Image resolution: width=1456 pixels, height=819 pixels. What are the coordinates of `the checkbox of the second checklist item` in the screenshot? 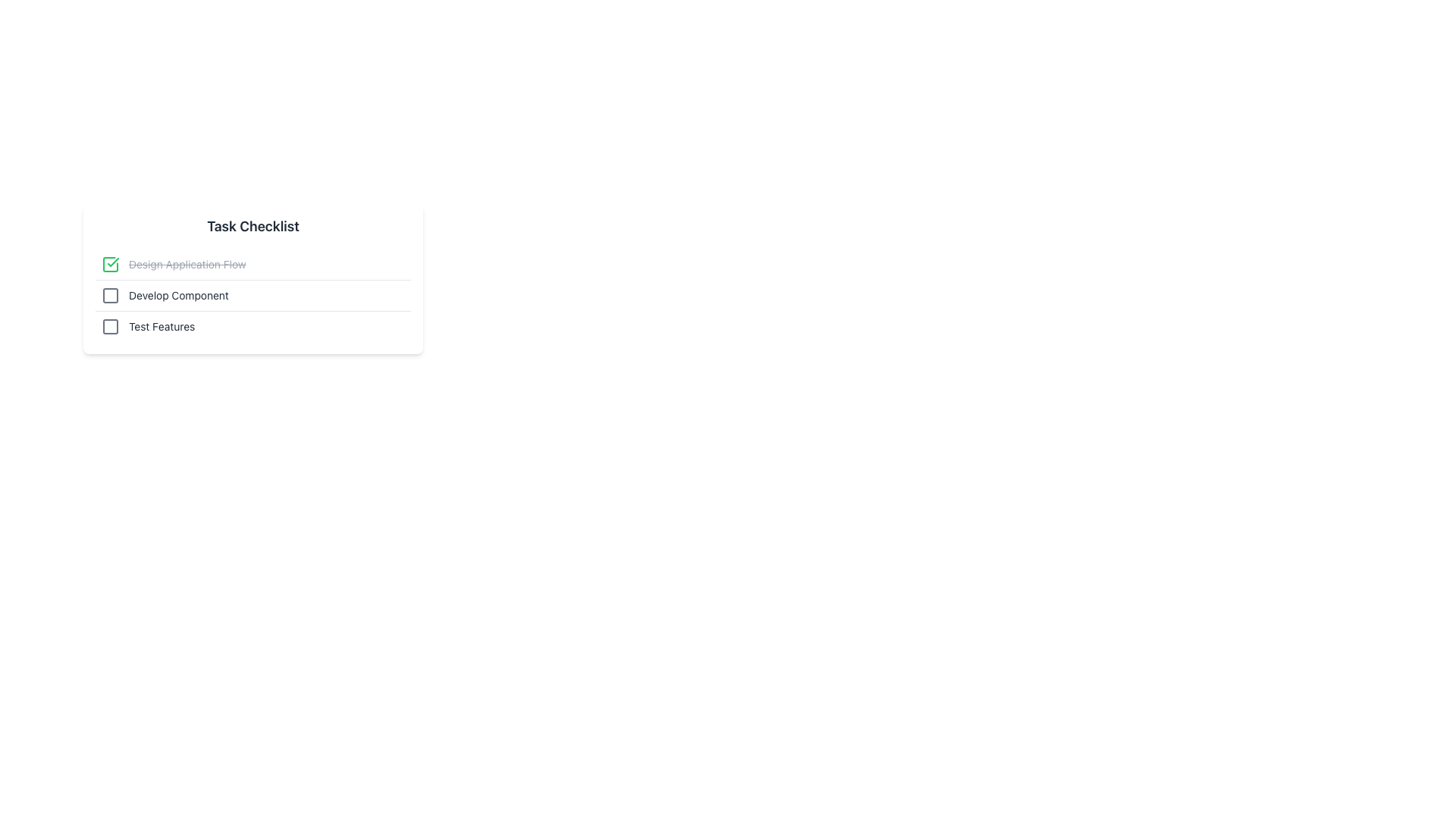 It's located at (253, 295).